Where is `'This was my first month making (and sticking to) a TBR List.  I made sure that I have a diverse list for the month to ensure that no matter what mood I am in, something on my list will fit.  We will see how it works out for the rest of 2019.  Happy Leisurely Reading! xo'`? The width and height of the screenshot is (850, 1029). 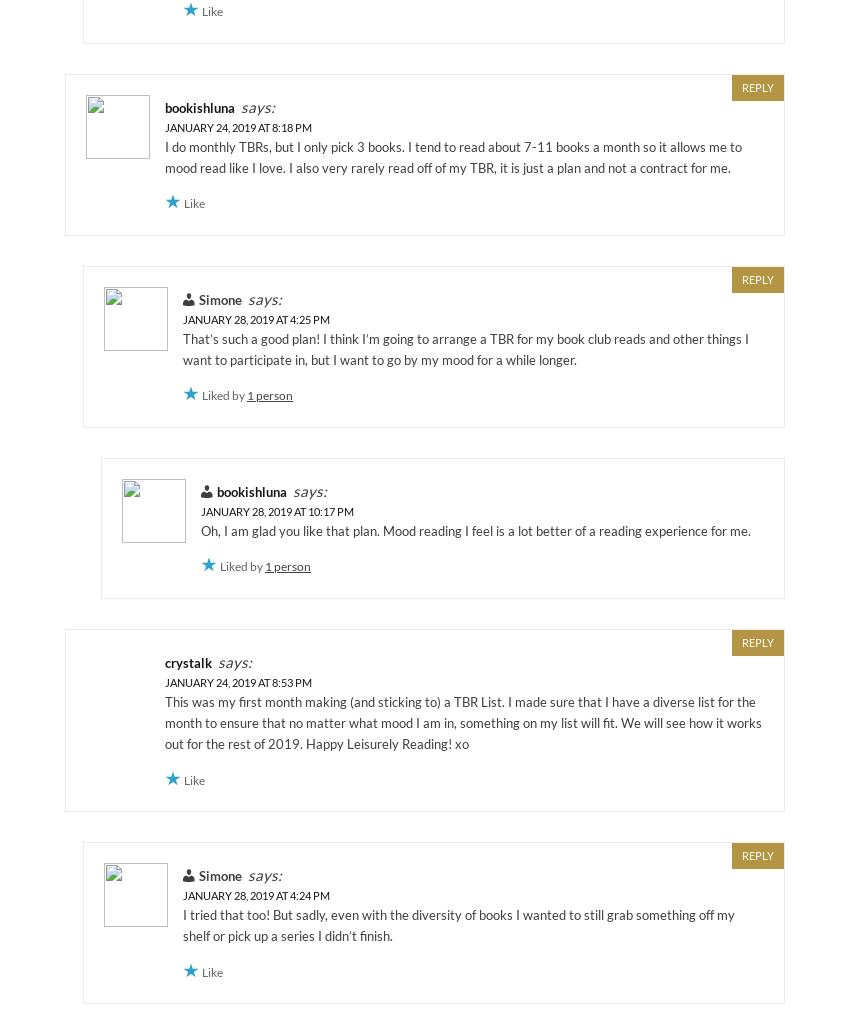 'This was my first month making (and sticking to) a TBR List.  I made sure that I have a diverse list for the month to ensure that no matter what mood I am in, something on my list will fit.  We will see how it works out for the rest of 2019.  Happy Leisurely Reading! xo' is located at coordinates (462, 721).